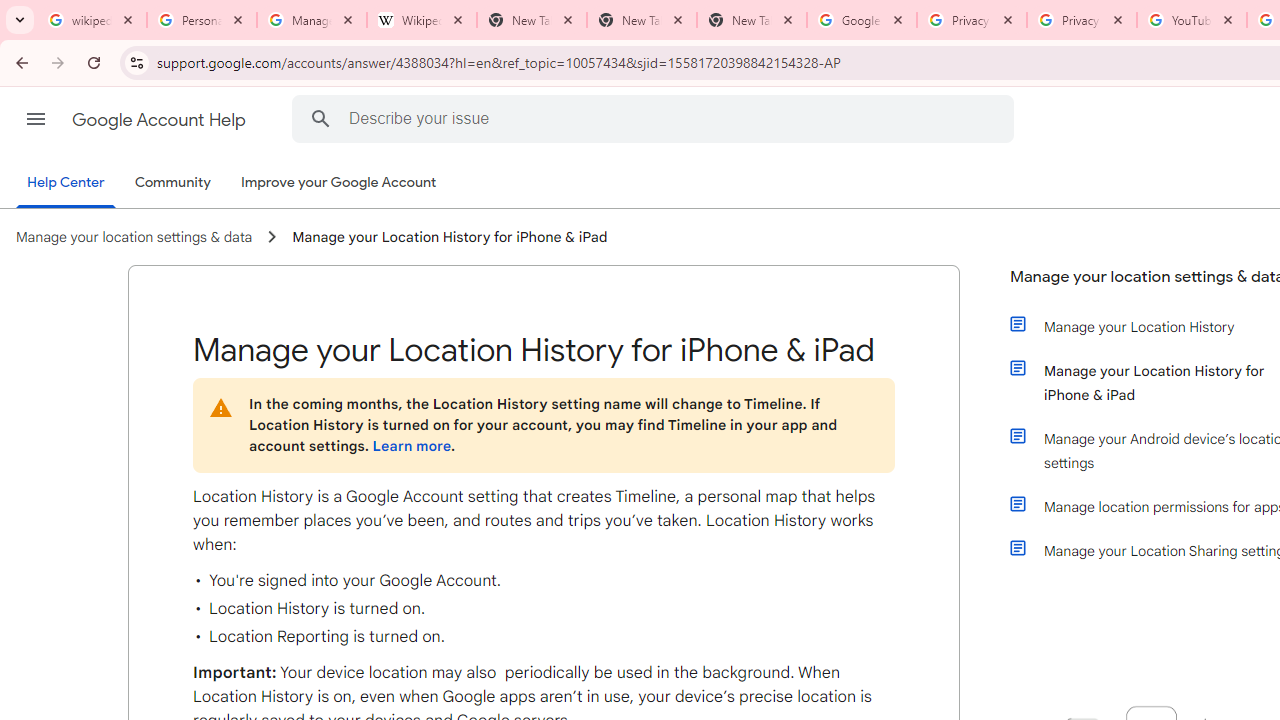 This screenshot has width=1280, height=720. I want to click on 'Google Account Help', so click(160, 119).